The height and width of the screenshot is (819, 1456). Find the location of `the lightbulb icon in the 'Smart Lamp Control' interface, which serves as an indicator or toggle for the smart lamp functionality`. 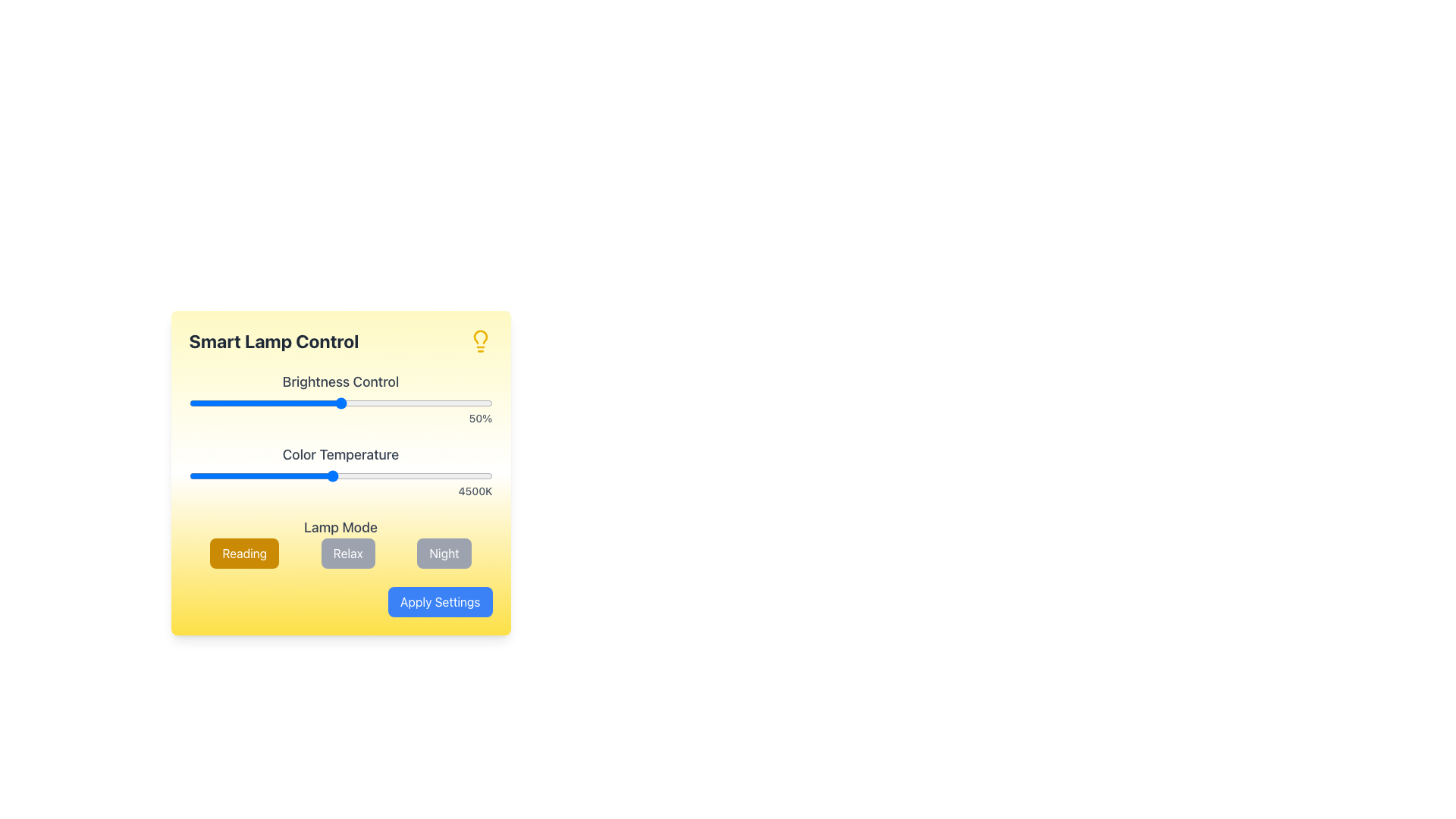

the lightbulb icon in the 'Smart Lamp Control' interface, which serves as an indicator or toggle for the smart lamp functionality is located at coordinates (479, 341).